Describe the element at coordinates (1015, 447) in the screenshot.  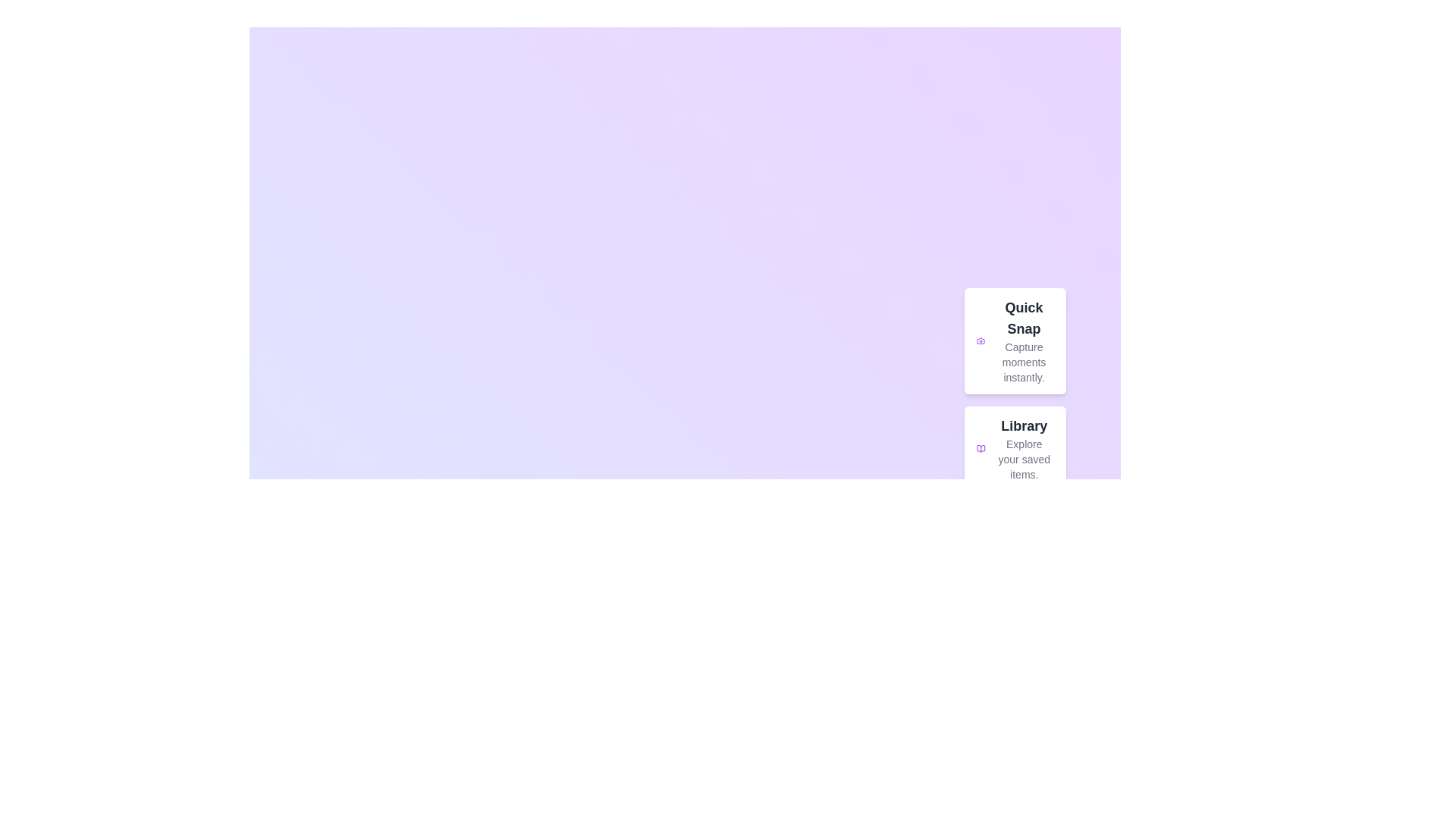
I see `the 'Library' option to explore saved items` at that location.